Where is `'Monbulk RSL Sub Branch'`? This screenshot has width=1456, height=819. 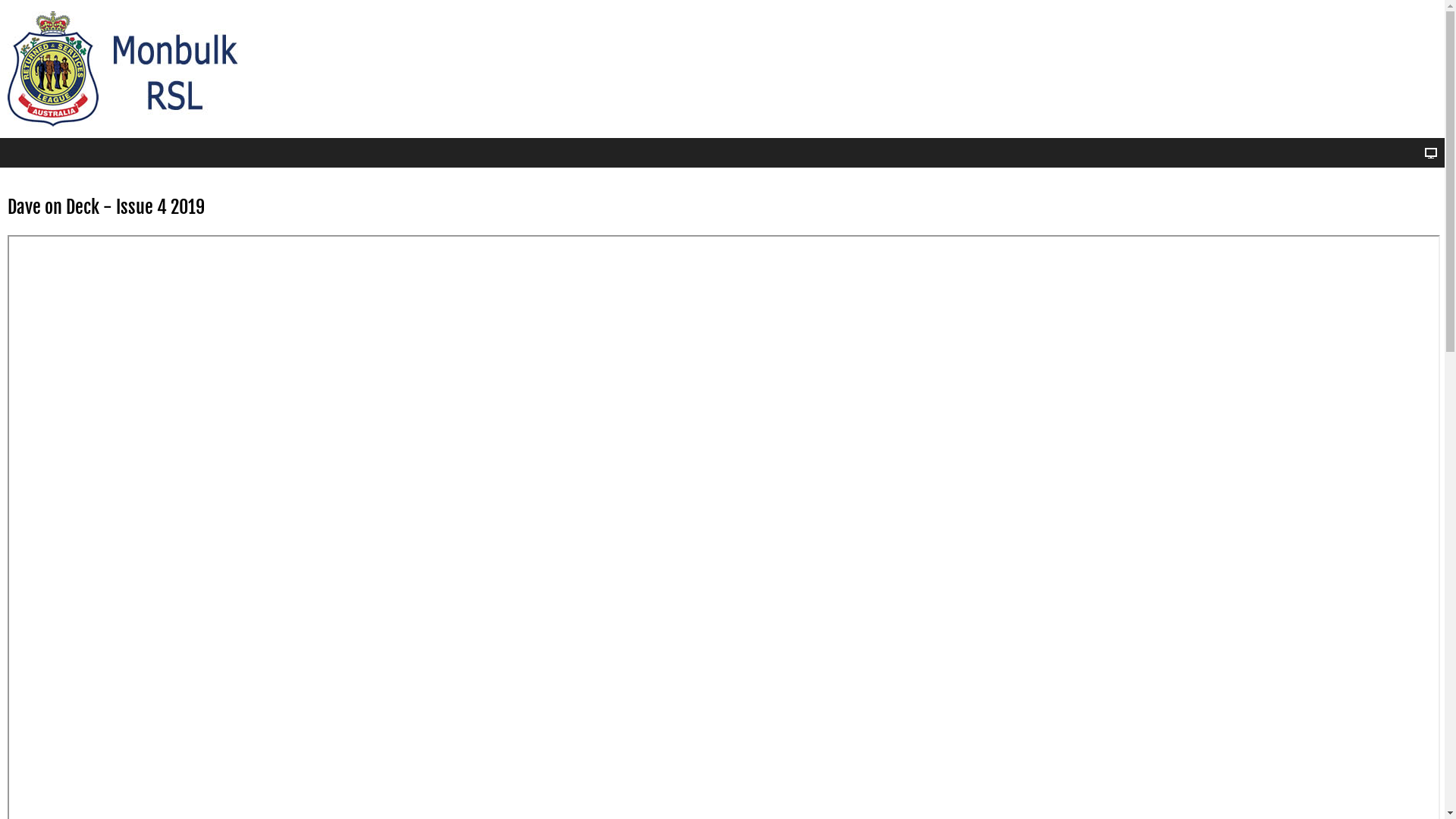
'Monbulk RSL Sub Branch' is located at coordinates (132, 69).